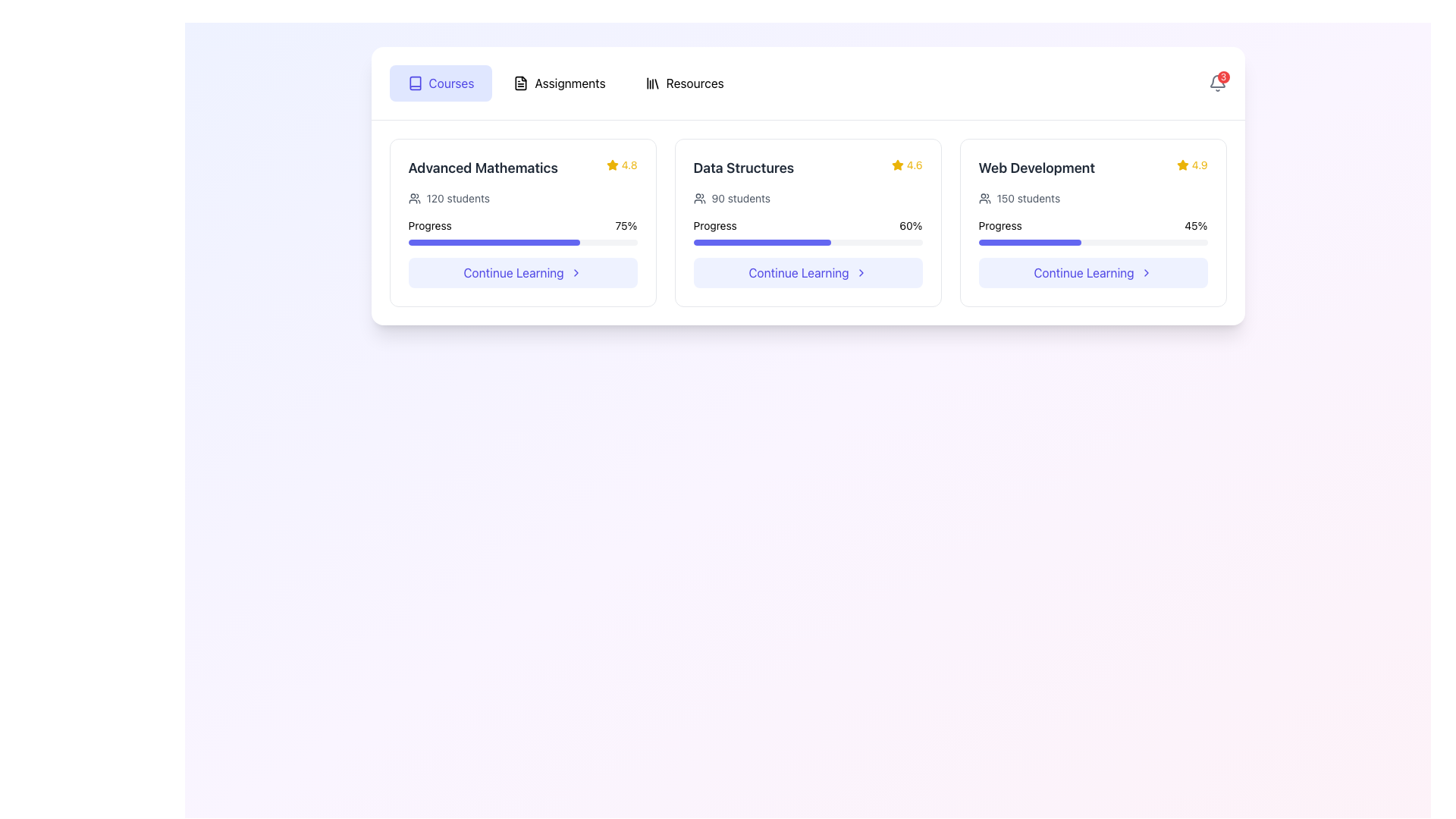 This screenshot has height=819, width=1456. Describe the element at coordinates (652, 83) in the screenshot. I see `the library icon element located in the 'Resources' tab, which is positioned between the 'Assignments' tab and the 'Resources' label` at that location.